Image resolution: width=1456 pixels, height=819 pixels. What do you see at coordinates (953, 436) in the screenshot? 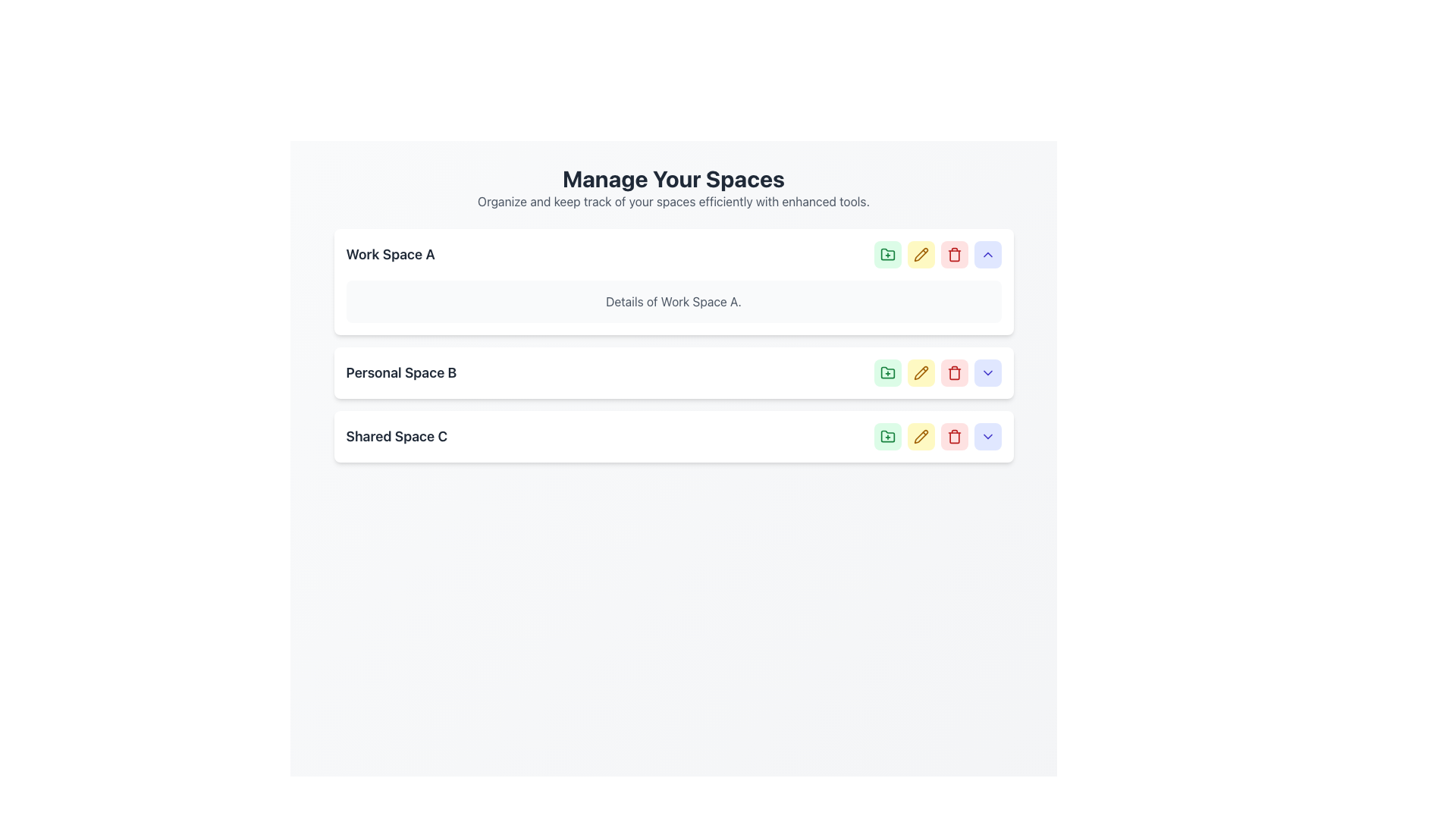
I see `the trash bin icon located in the 'Manage Your Spaces' interface adjacent to the 'Work Space A' card` at bounding box center [953, 436].